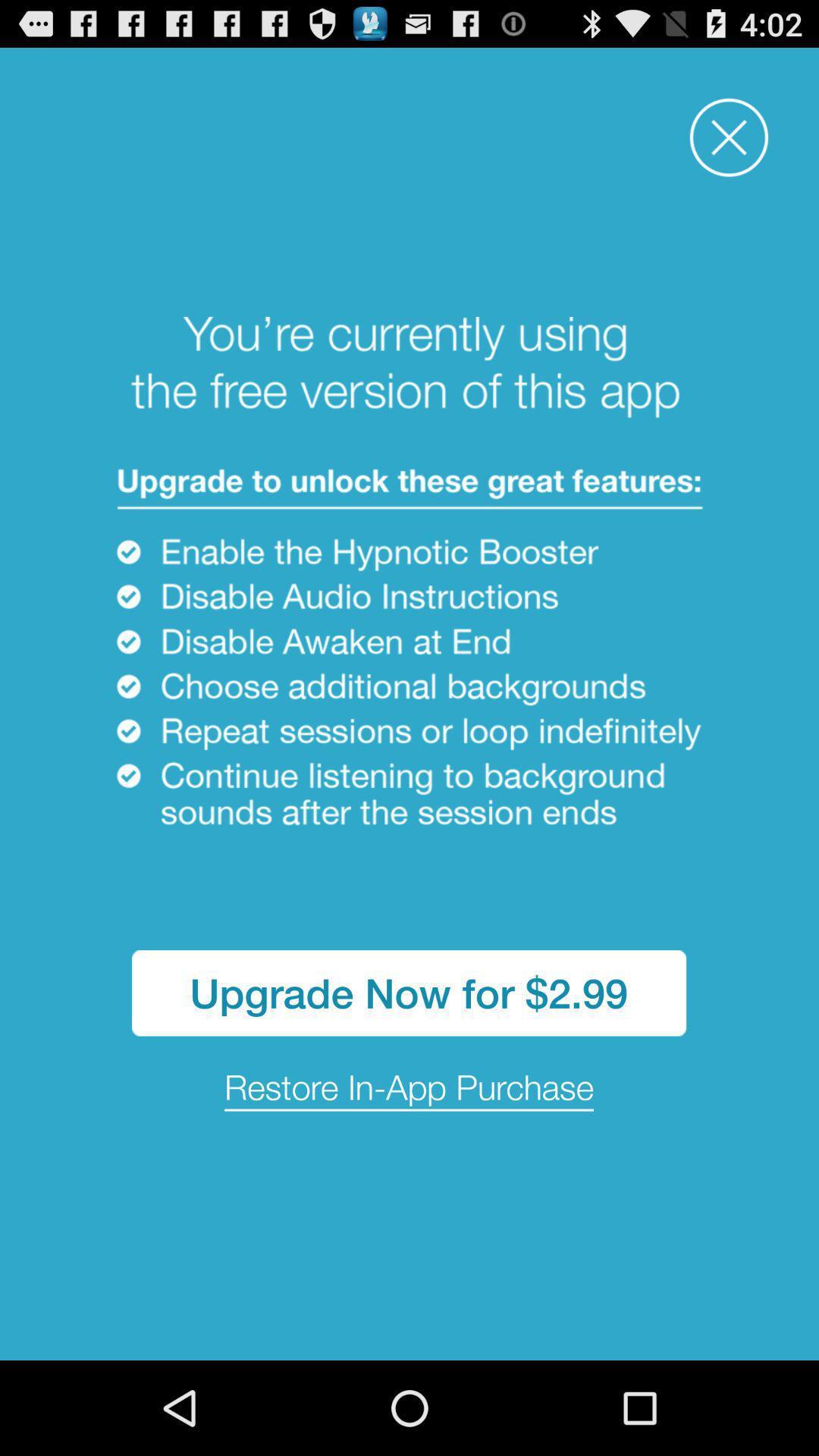 The width and height of the screenshot is (819, 1456). Describe the element at coordinates (728, 137) in the screenshot. I see `window` at that location.